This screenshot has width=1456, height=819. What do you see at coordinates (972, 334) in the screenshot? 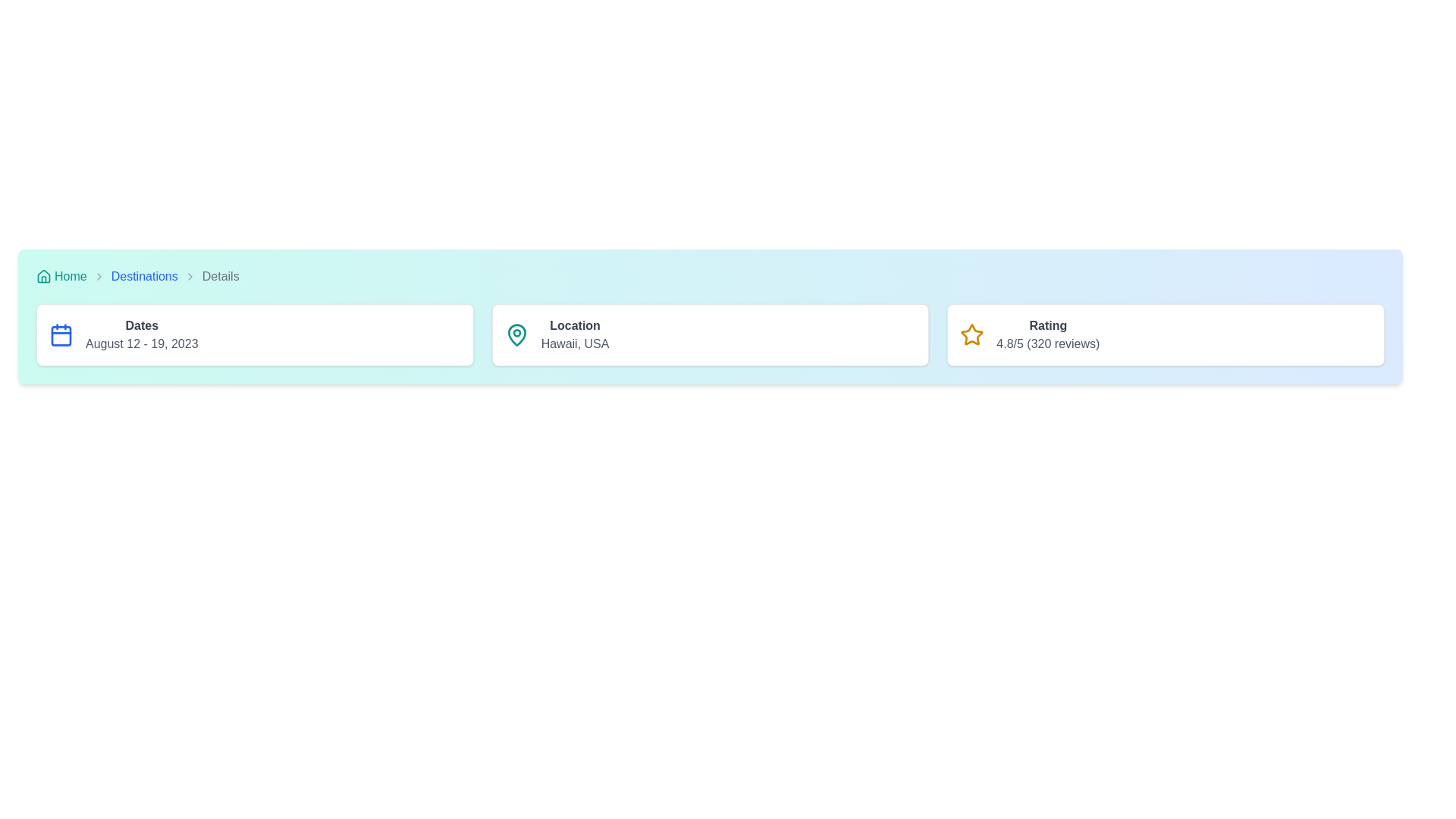
I see `the yellow star icon with a hollow center, located at the leftmost position inside the rating card displaying '4.8/5 (320 reviews)'` at bounding box center [972, 334].